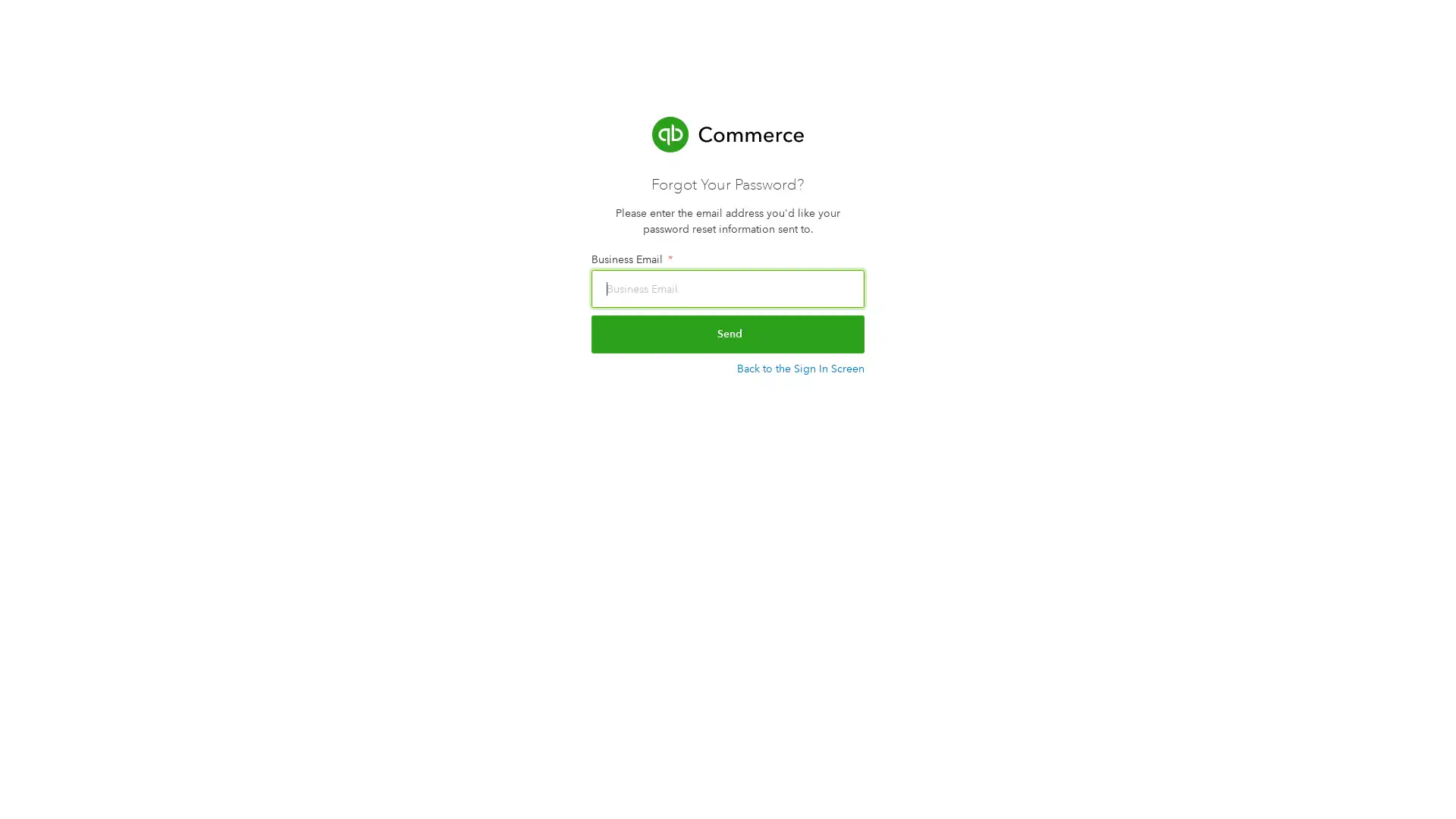 The width and height of the screenshot is (1456, 819). I want to click on Send, so click(728, 332).